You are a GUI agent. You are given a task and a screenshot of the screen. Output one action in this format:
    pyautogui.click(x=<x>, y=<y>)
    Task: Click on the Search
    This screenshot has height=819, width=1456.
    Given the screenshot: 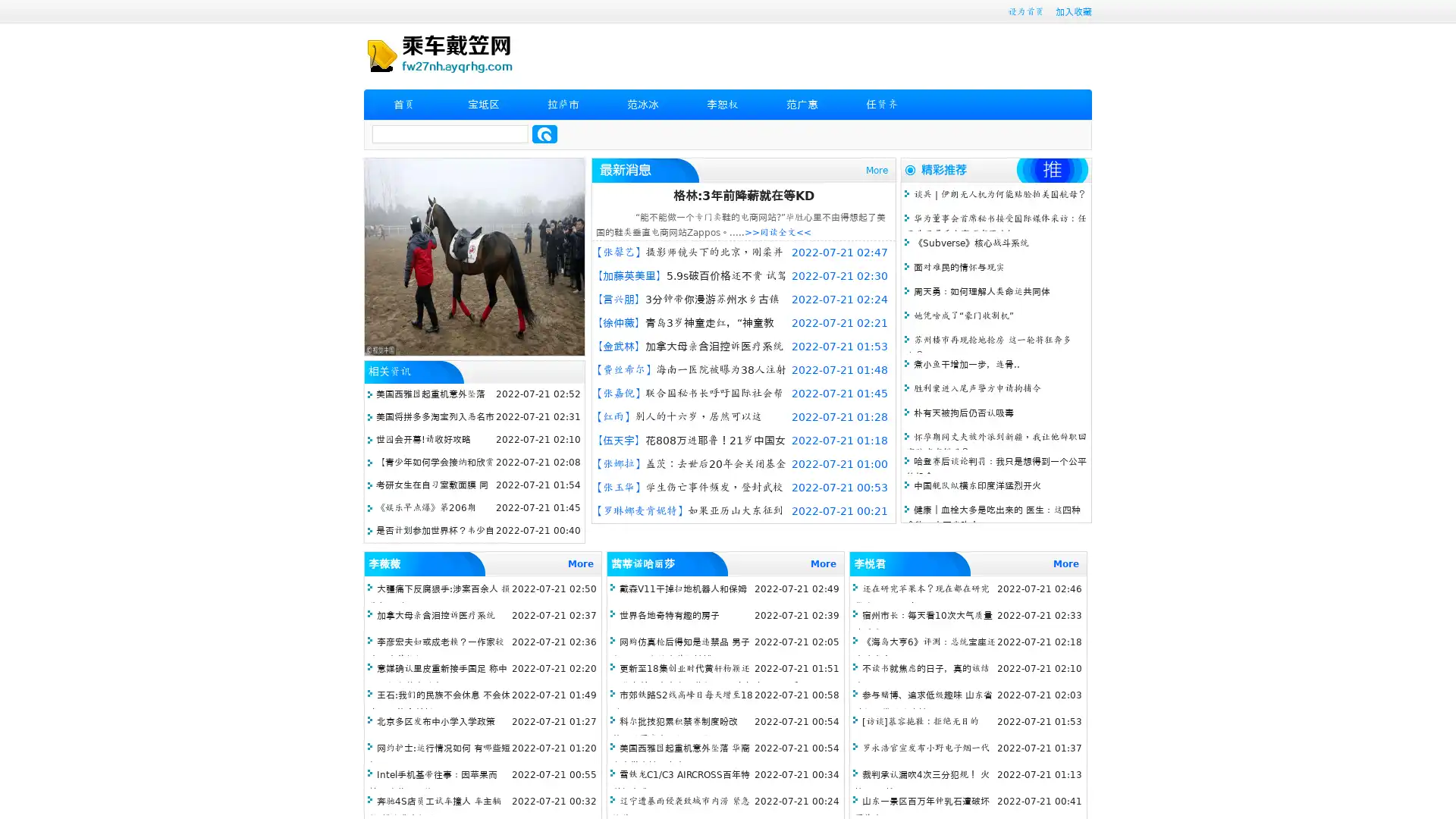 What is the action you would take?
    pyautogui.click(x=544, y=133)
    